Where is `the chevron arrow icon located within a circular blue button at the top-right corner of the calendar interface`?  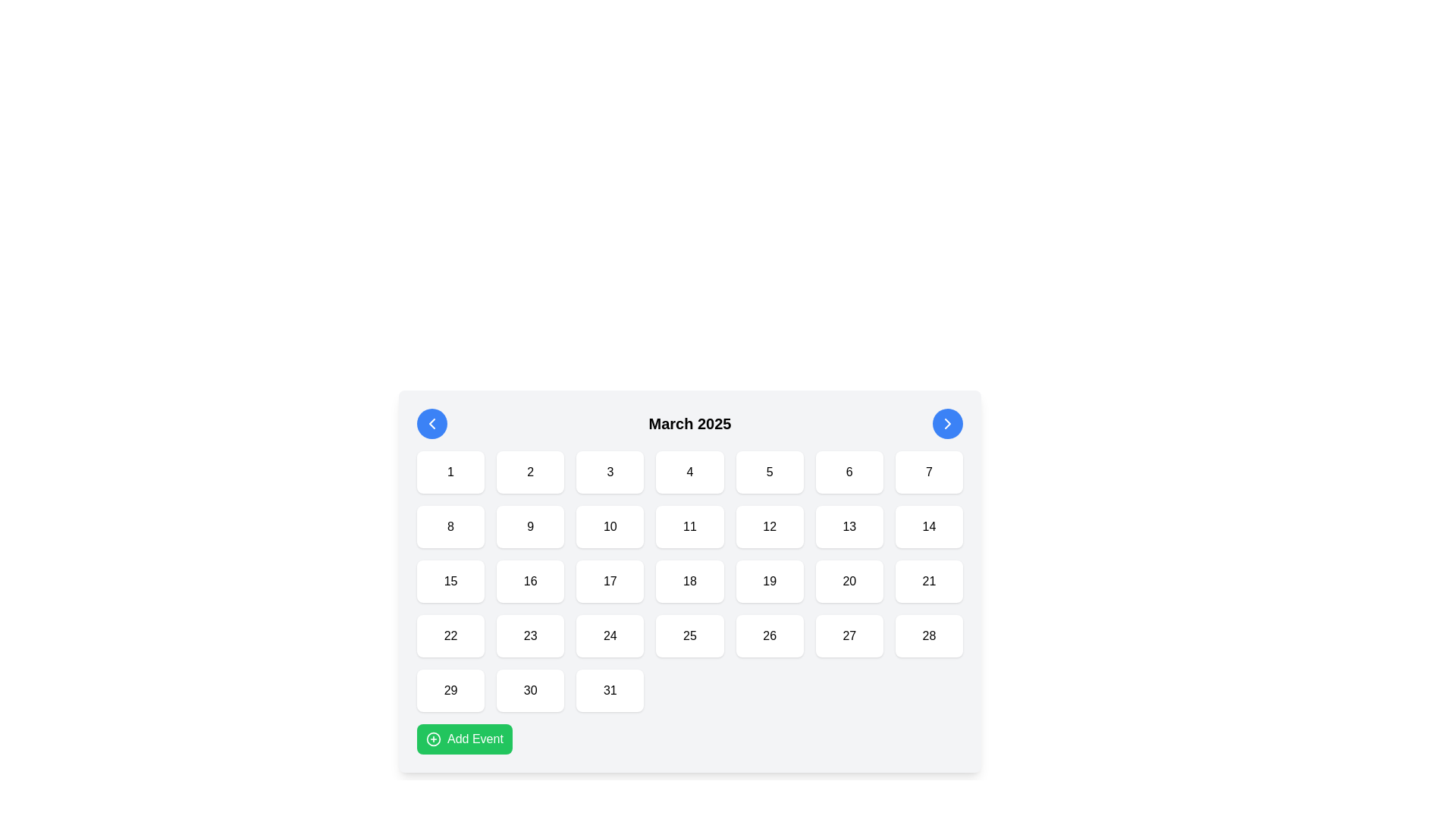 the chevron arrow icon located within a circular blue button at the top-right corner of the calendar interface is located at coordinates (946, 424).